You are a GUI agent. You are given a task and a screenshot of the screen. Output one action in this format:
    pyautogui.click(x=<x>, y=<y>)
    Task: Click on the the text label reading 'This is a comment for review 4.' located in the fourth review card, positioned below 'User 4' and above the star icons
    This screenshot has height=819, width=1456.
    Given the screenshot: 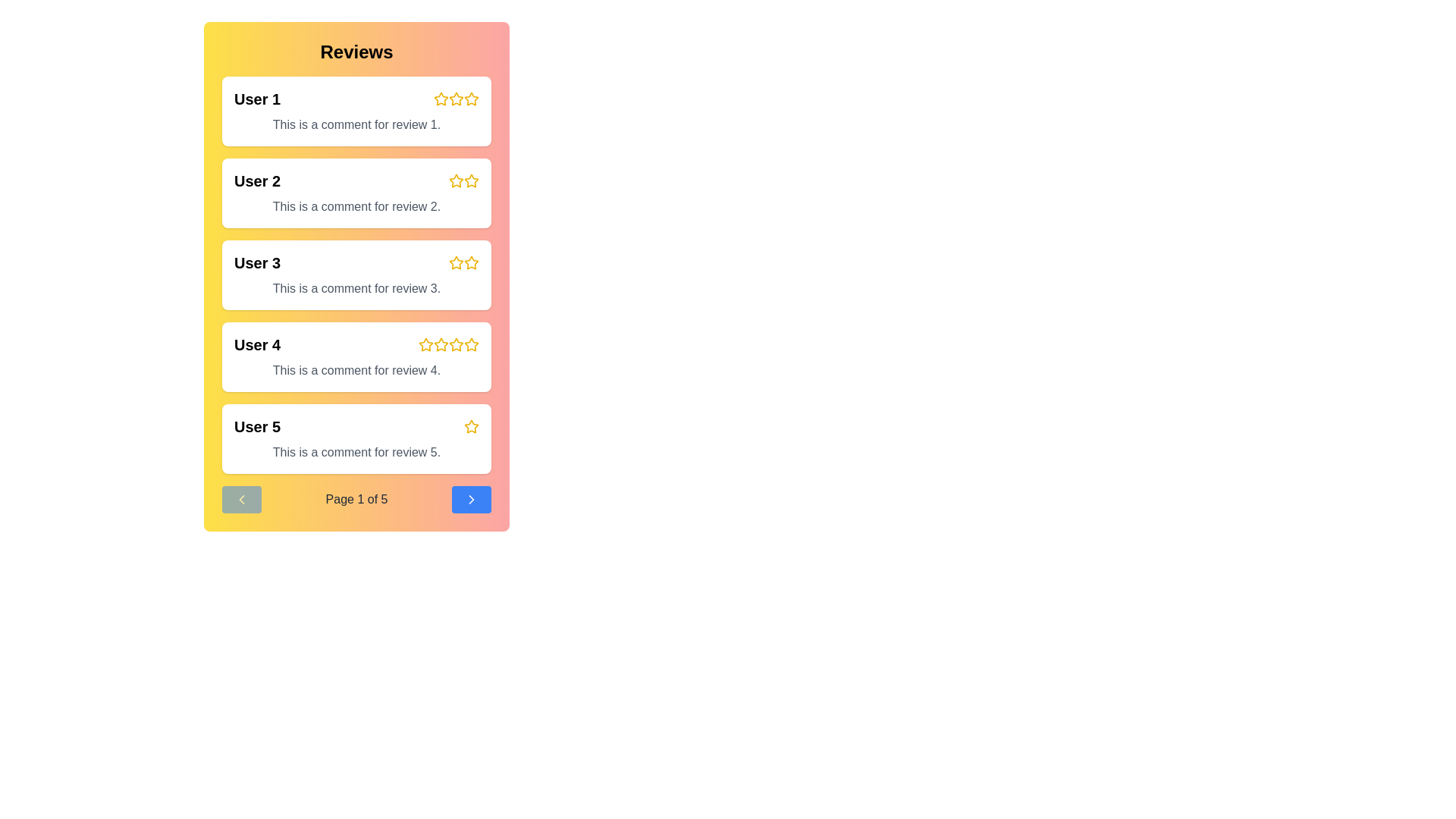 What is the action you would take?
    pyautogui.click(x=356, y=371)
    